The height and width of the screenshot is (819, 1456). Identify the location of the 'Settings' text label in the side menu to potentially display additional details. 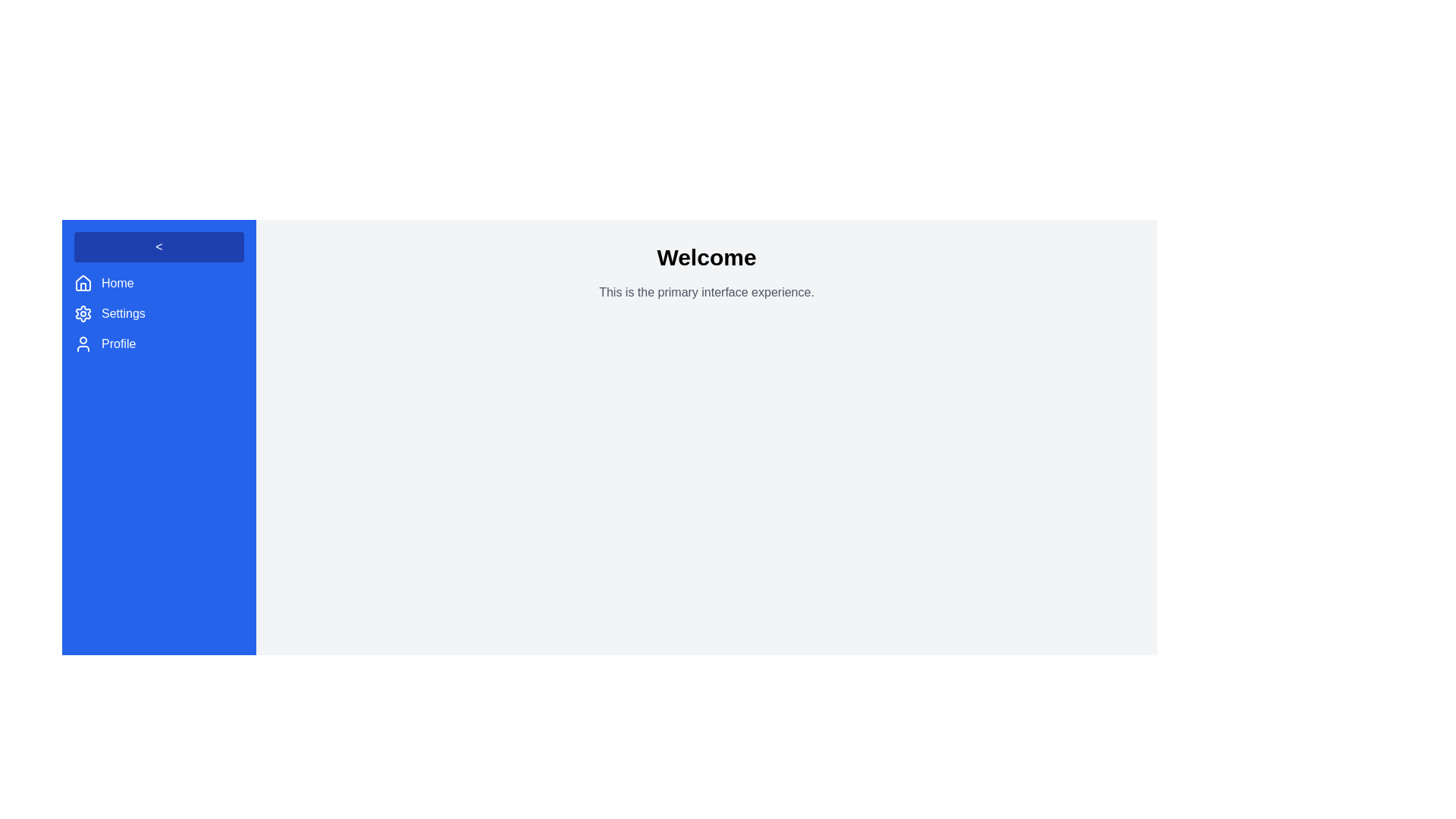
(123, 312).